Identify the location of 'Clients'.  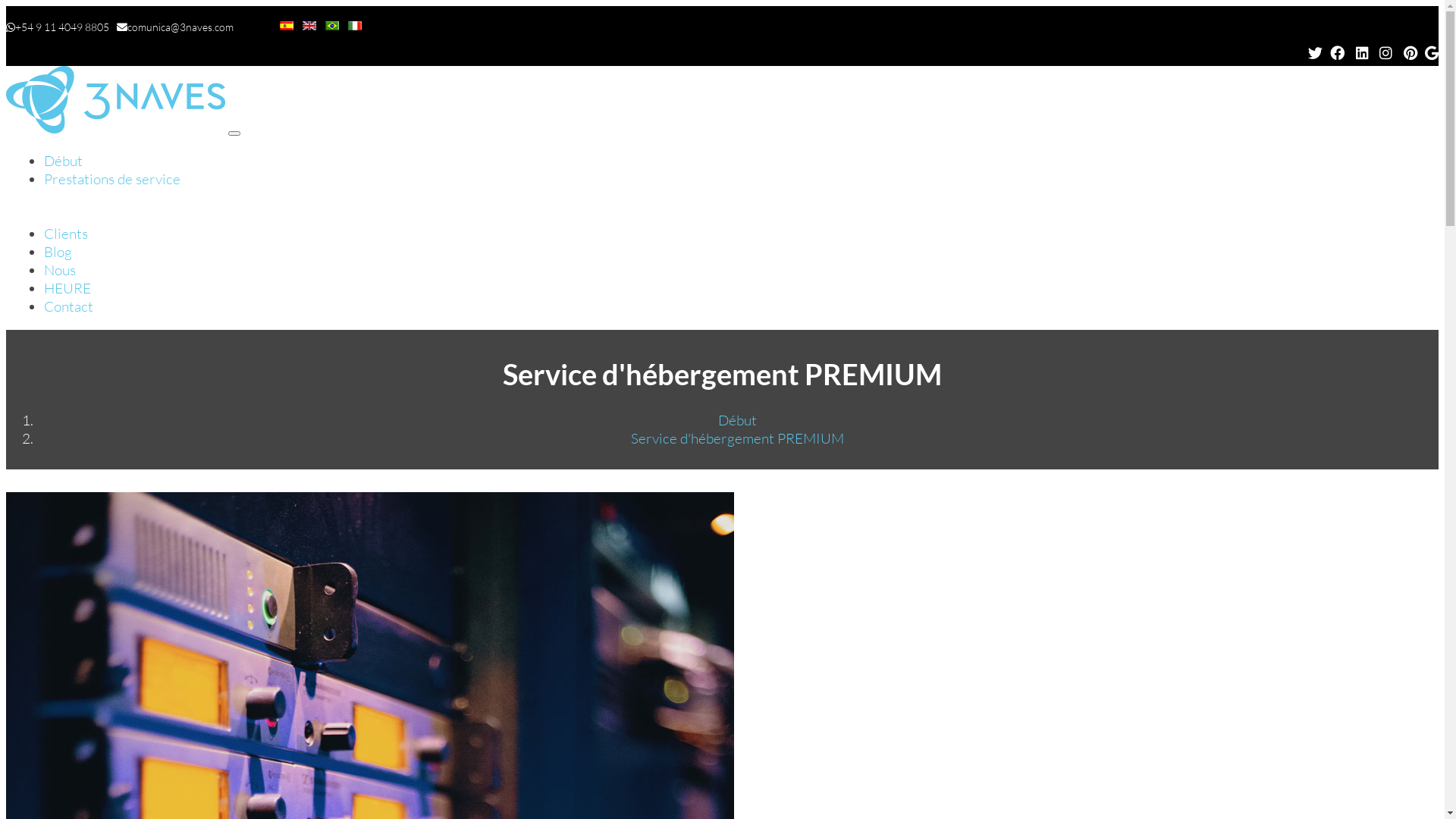
(64, 234).